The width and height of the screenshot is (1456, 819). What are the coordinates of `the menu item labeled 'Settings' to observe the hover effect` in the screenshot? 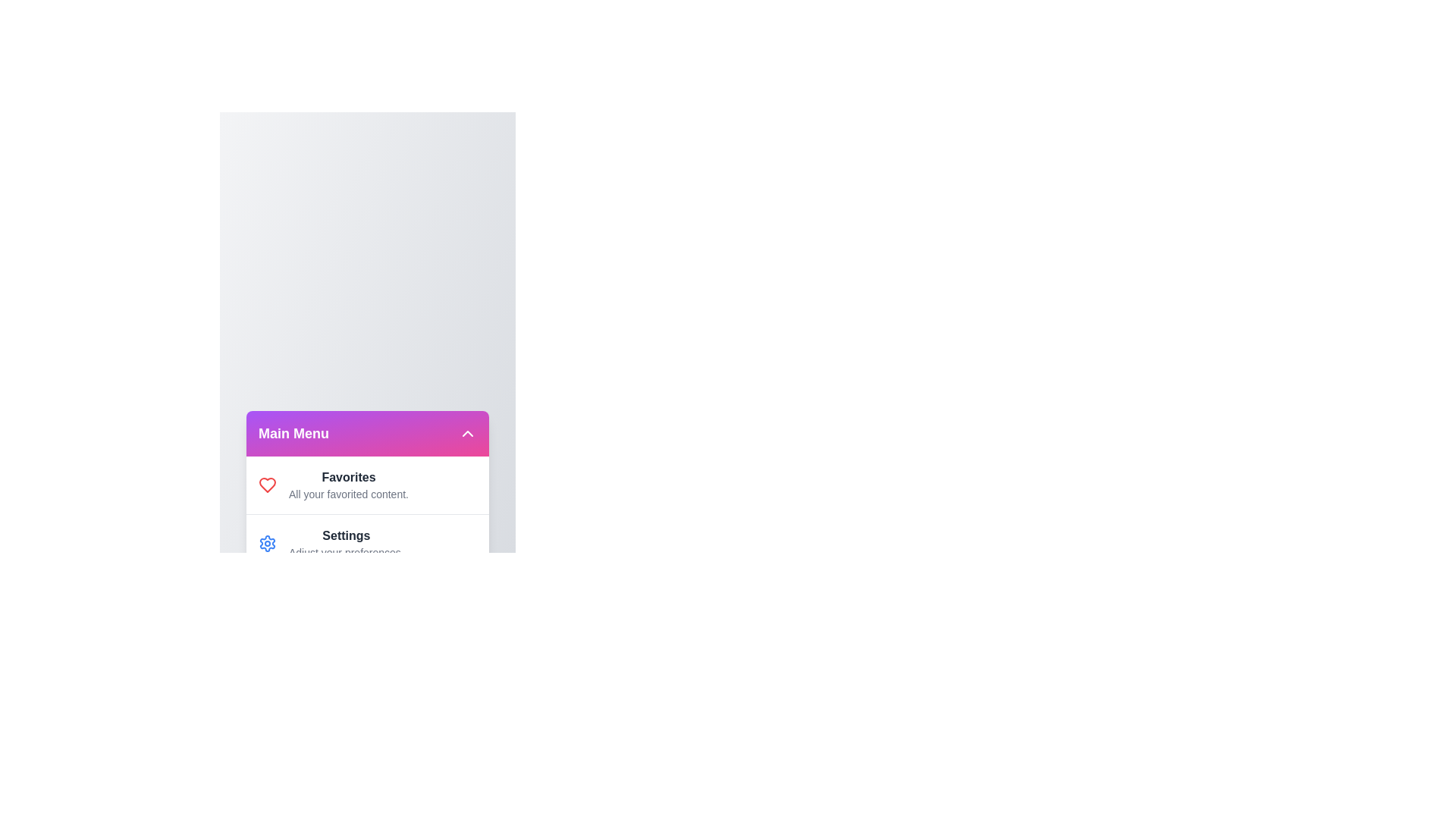 It's located at (268, 542).